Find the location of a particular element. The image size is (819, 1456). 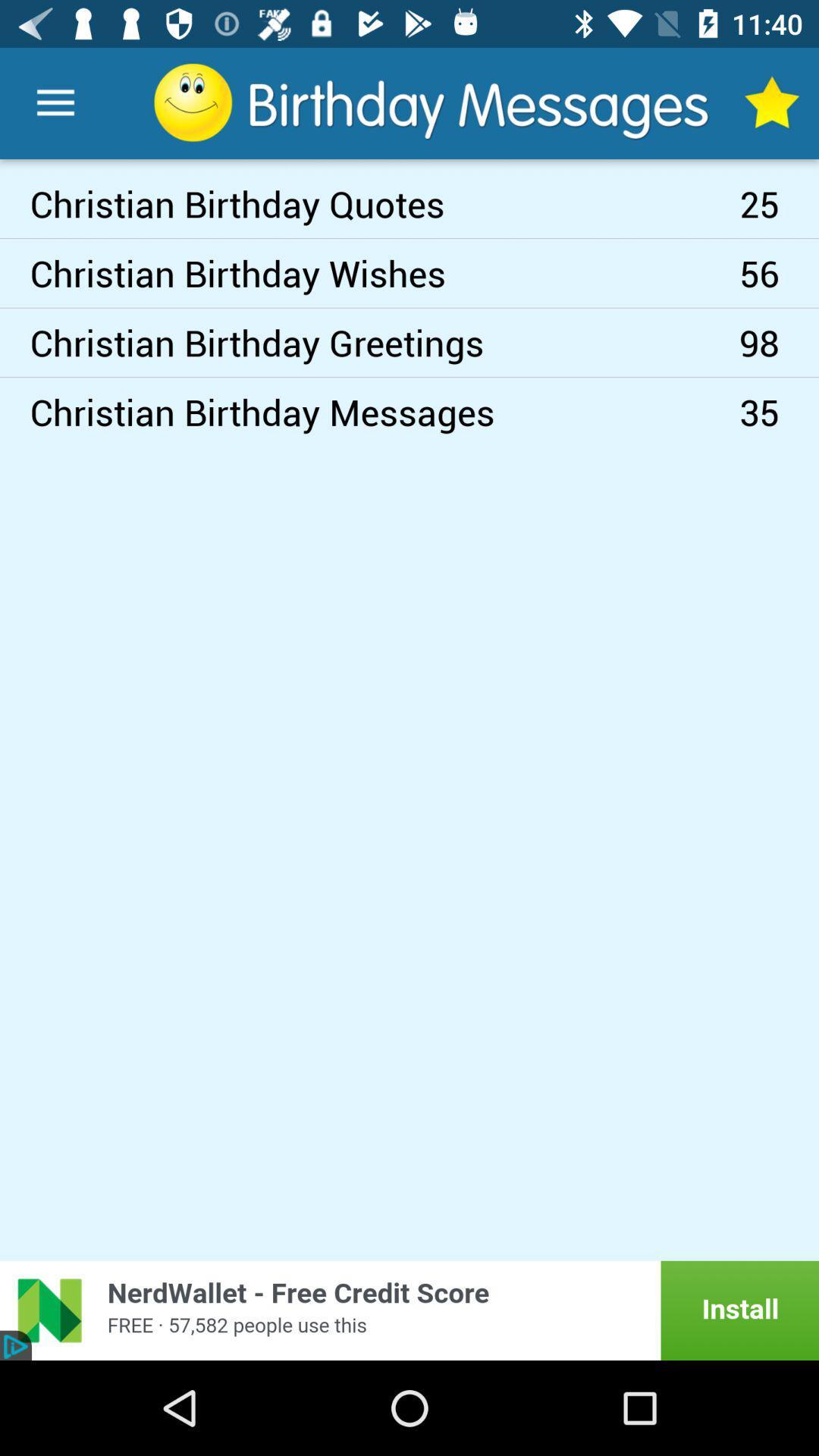

the icon above christian birthday quotes item is located at coordinates (55, 102).